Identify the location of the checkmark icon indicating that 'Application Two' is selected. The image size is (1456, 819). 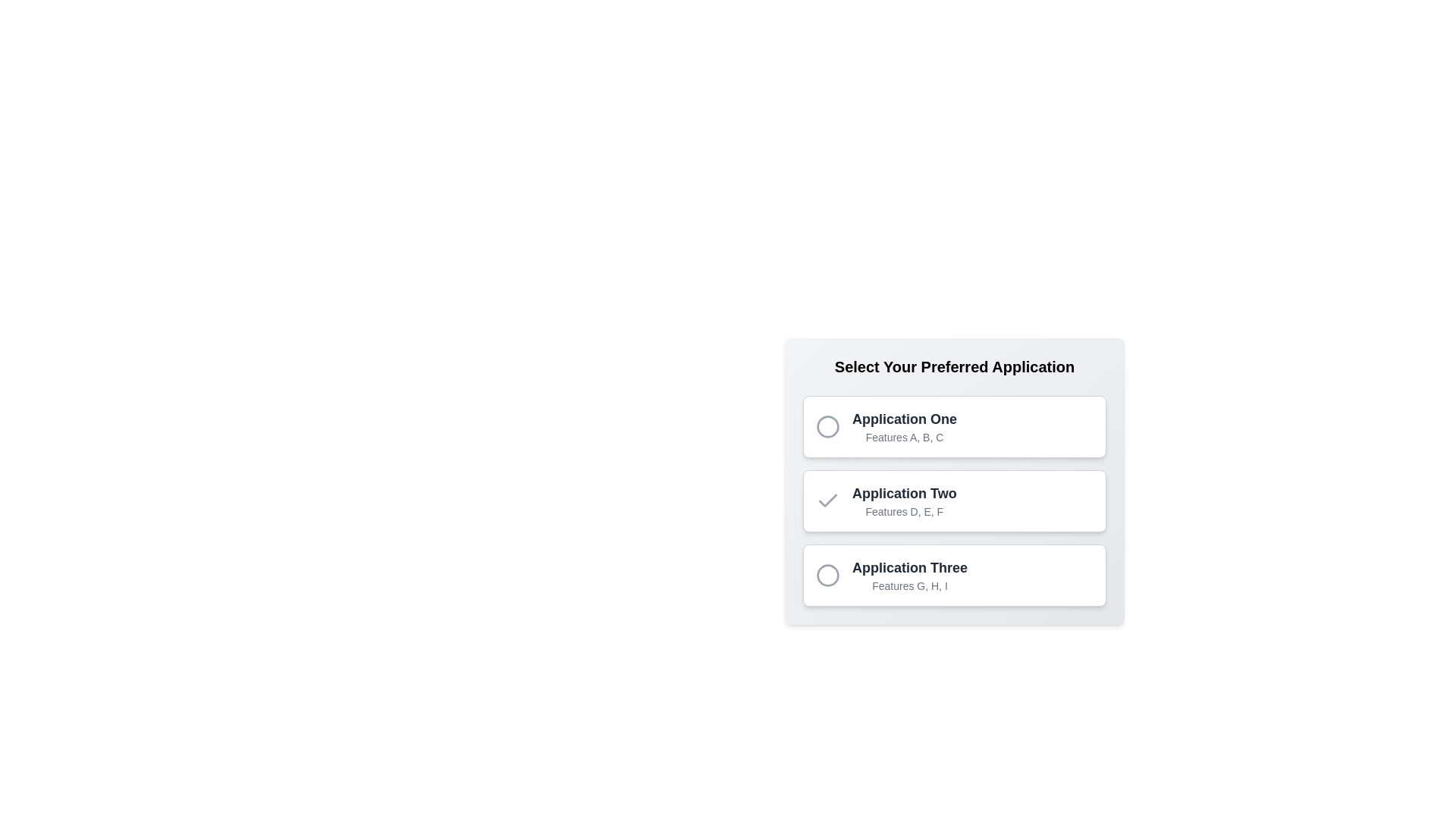
(827, 500).